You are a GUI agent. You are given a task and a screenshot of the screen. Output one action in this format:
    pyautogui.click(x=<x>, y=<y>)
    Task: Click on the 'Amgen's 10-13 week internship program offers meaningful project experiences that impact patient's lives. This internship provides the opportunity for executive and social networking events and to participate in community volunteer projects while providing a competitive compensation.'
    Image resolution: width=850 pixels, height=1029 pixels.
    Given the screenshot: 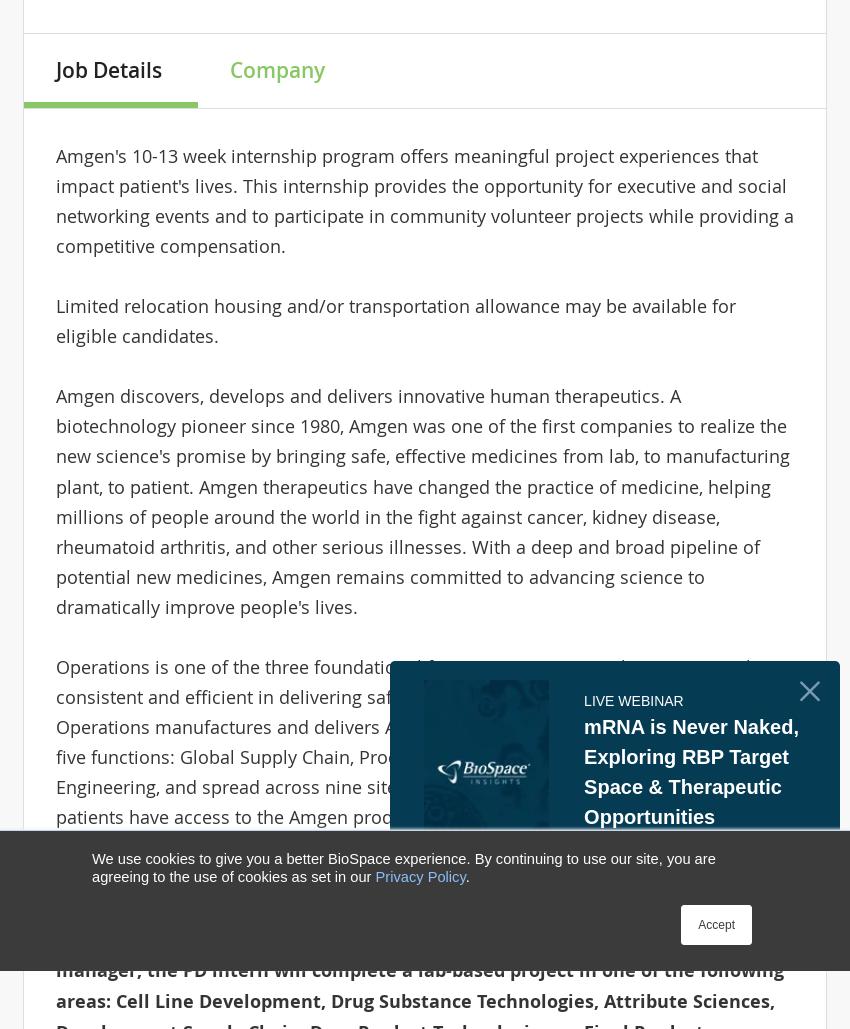 What is the action you would take?
    pyautogui.click(x=423, y=200)
    